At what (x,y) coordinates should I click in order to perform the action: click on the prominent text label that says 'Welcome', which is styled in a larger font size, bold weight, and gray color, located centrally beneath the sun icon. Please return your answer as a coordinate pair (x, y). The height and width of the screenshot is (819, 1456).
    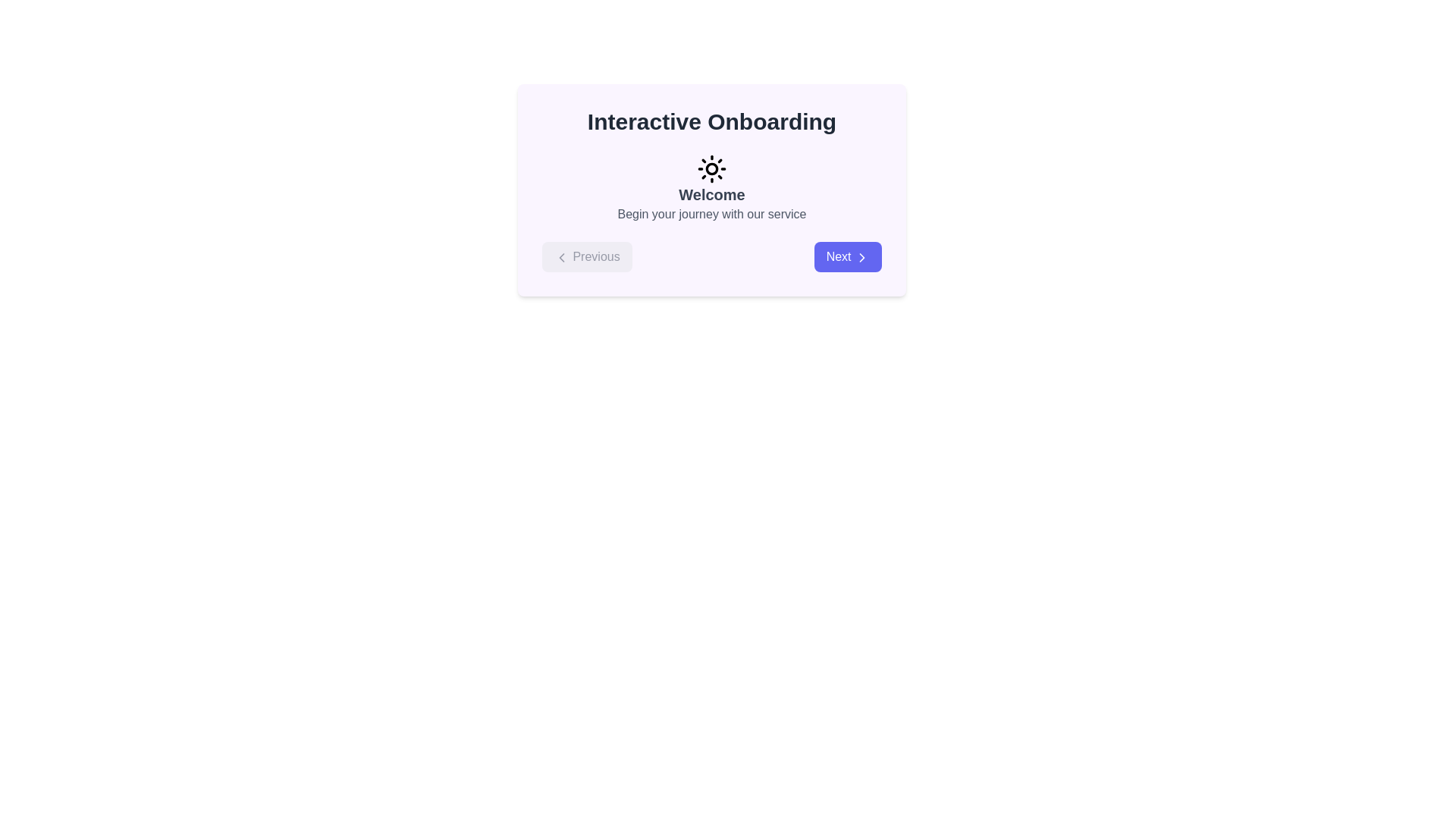
    Looking at the image, I should click on (711, 194).